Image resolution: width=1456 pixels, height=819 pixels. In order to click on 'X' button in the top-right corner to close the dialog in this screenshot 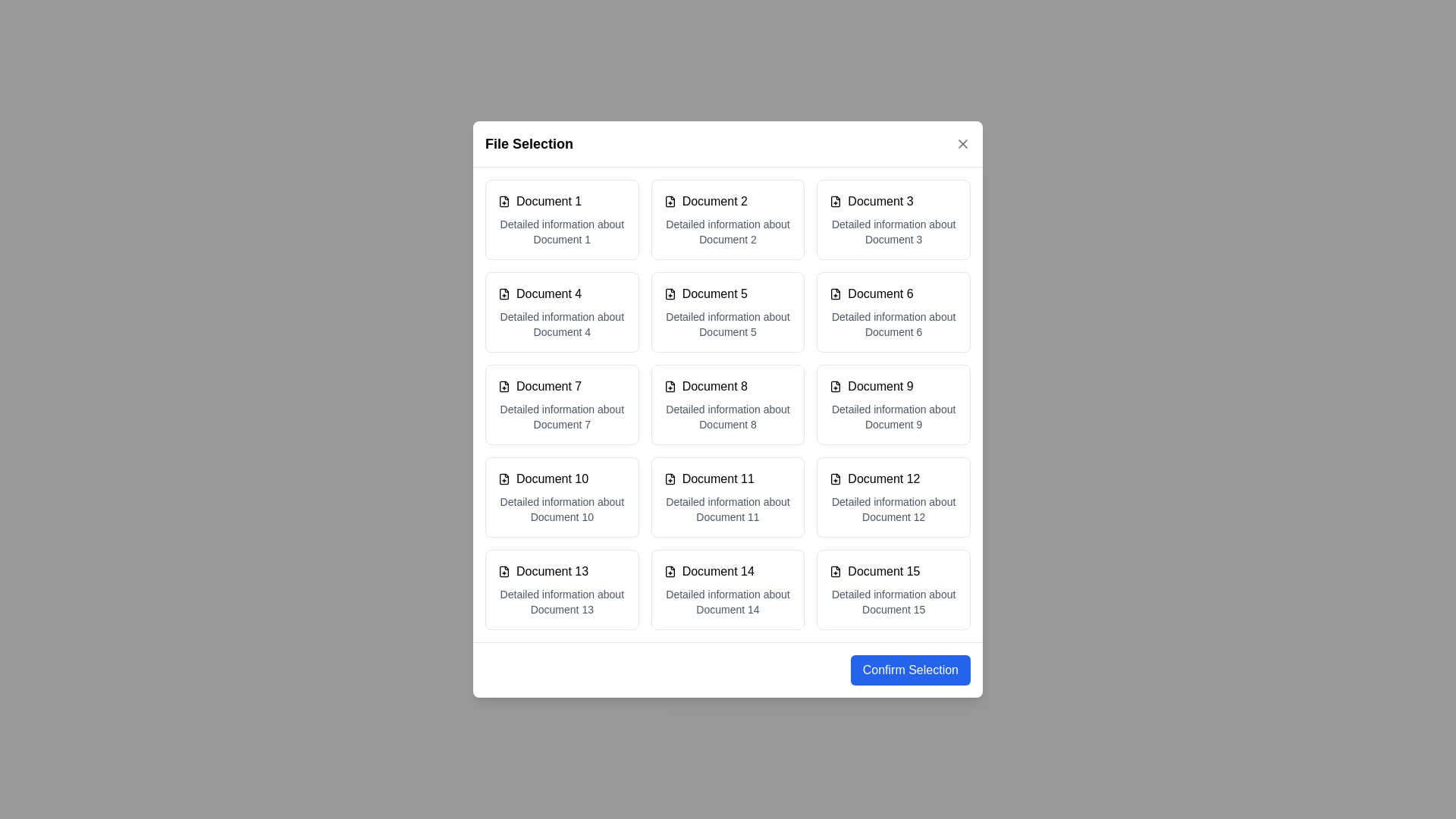, I will do `click(962, 143)`.